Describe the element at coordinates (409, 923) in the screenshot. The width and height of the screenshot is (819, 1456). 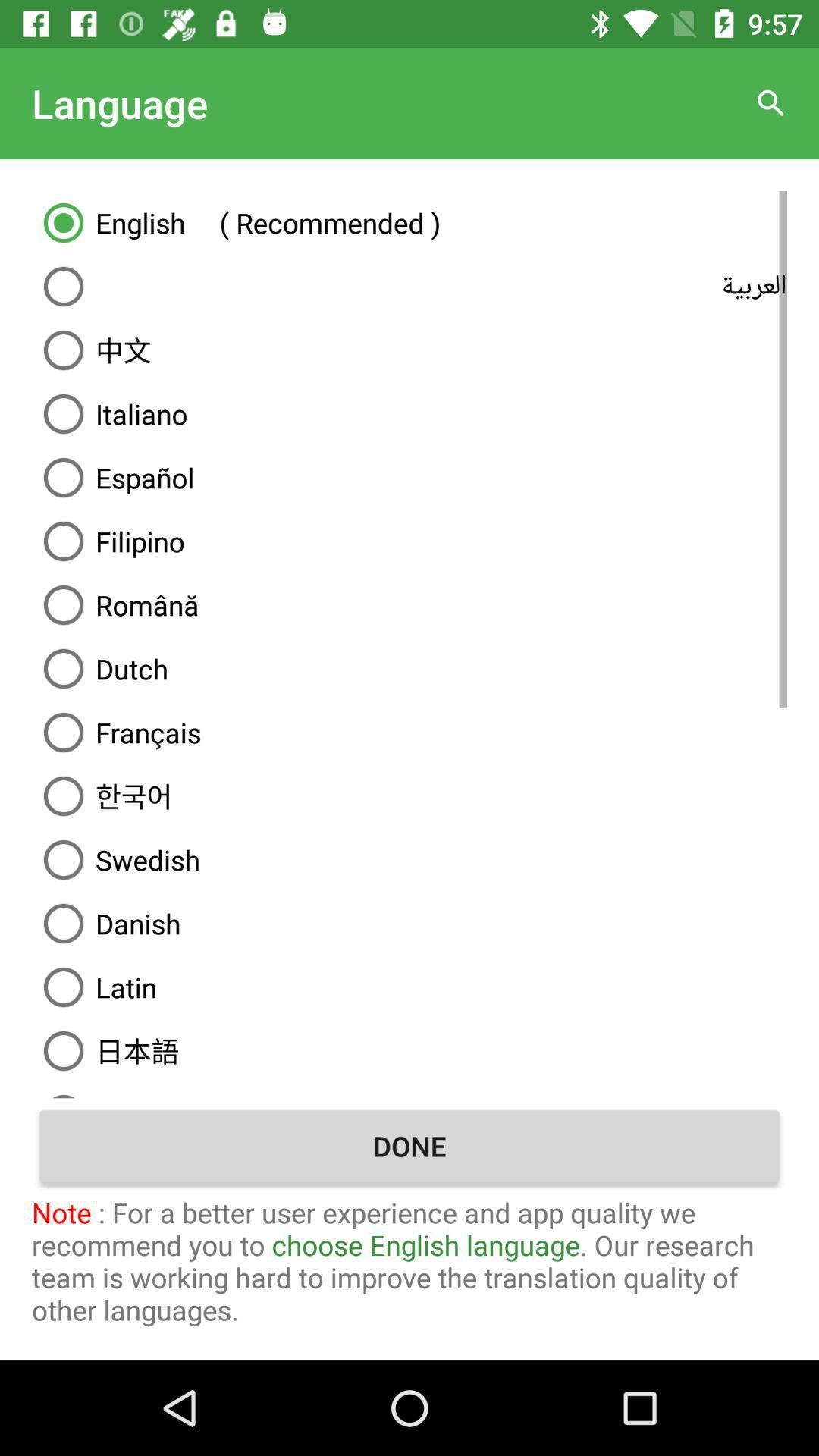
I see `the item below the swedish item` at that location.